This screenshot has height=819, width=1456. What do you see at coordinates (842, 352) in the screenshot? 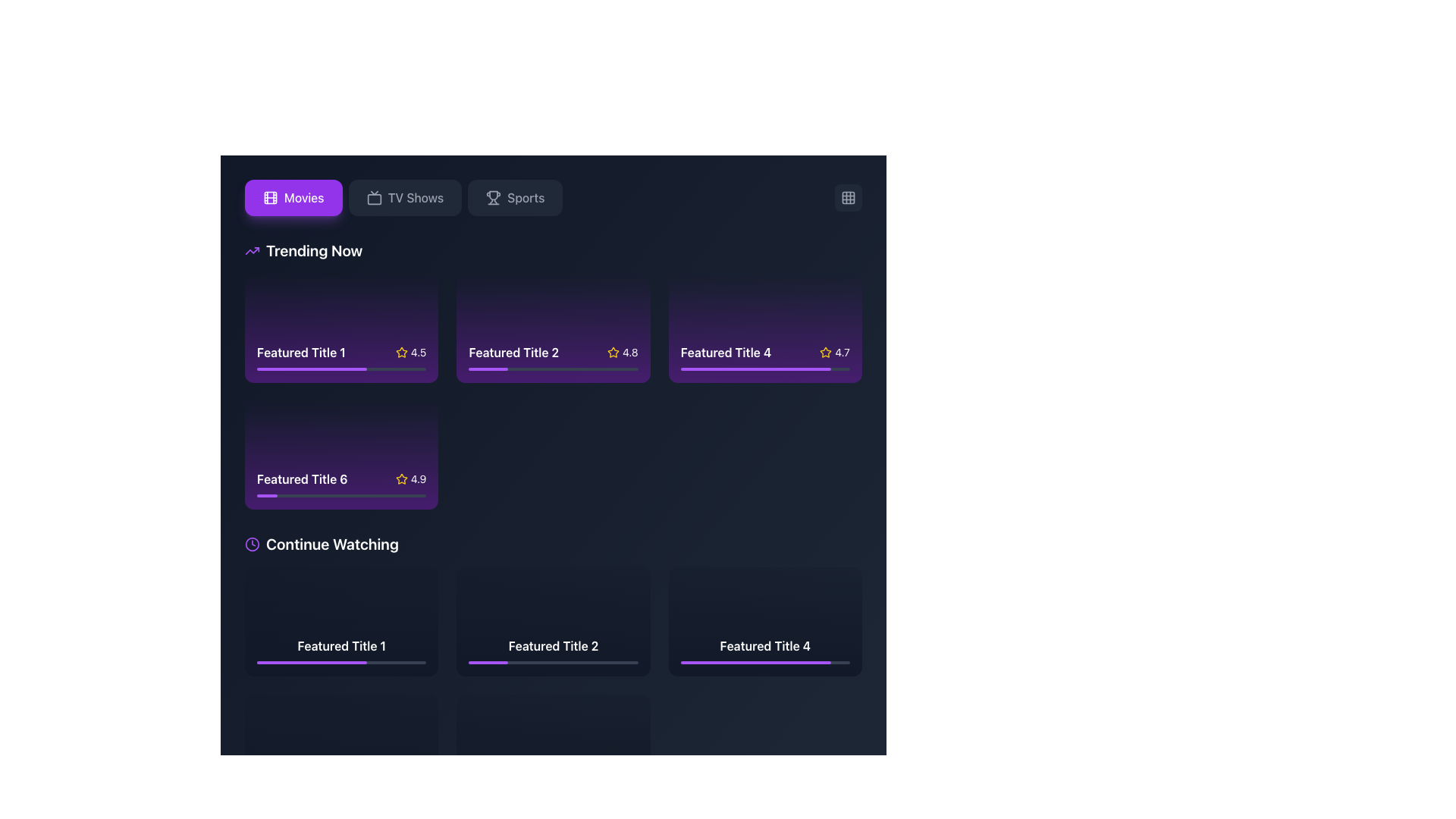
I see `the rating score displayed in the text element located within the card labeled 'Featured Title 4', which is positioned directly` at bounding box center [842, 352].